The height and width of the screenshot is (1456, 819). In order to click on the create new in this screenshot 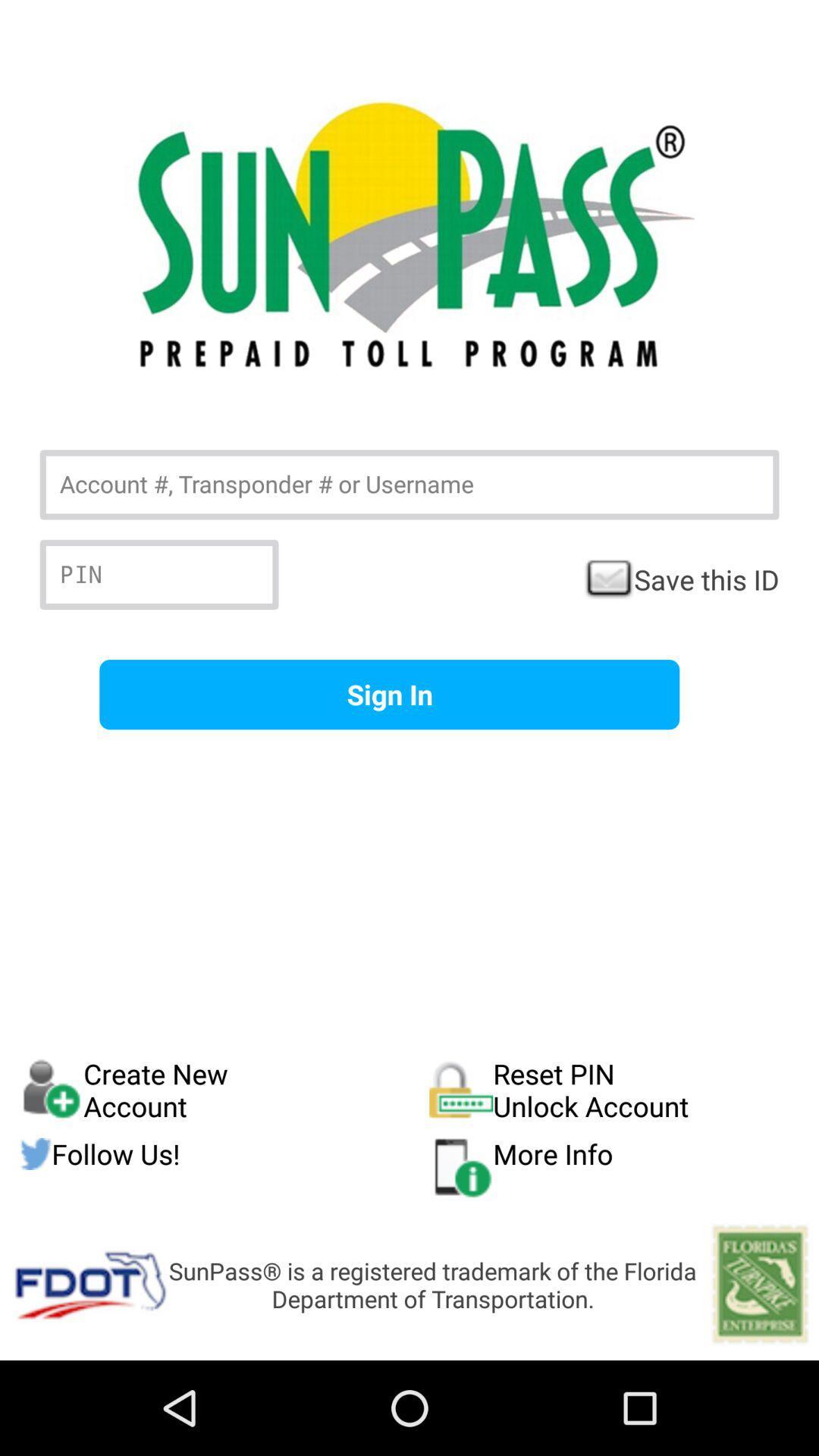, I will do `click(224, 1089)`.